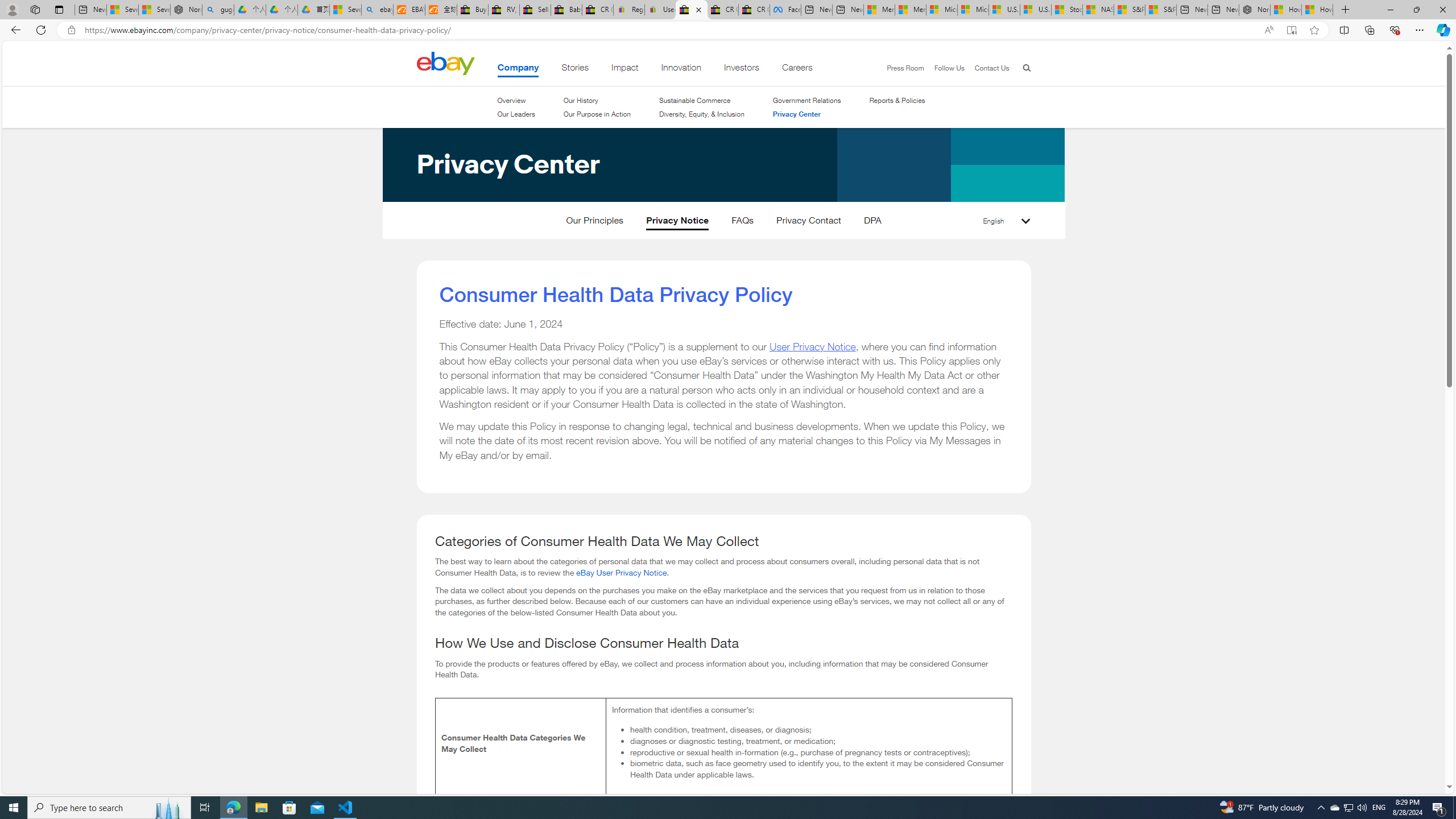  What do you see at coordinates (659, 9) in the screenshot?
I see `'User Privacy Notice | eBay'` at bounding box center [659, 9].